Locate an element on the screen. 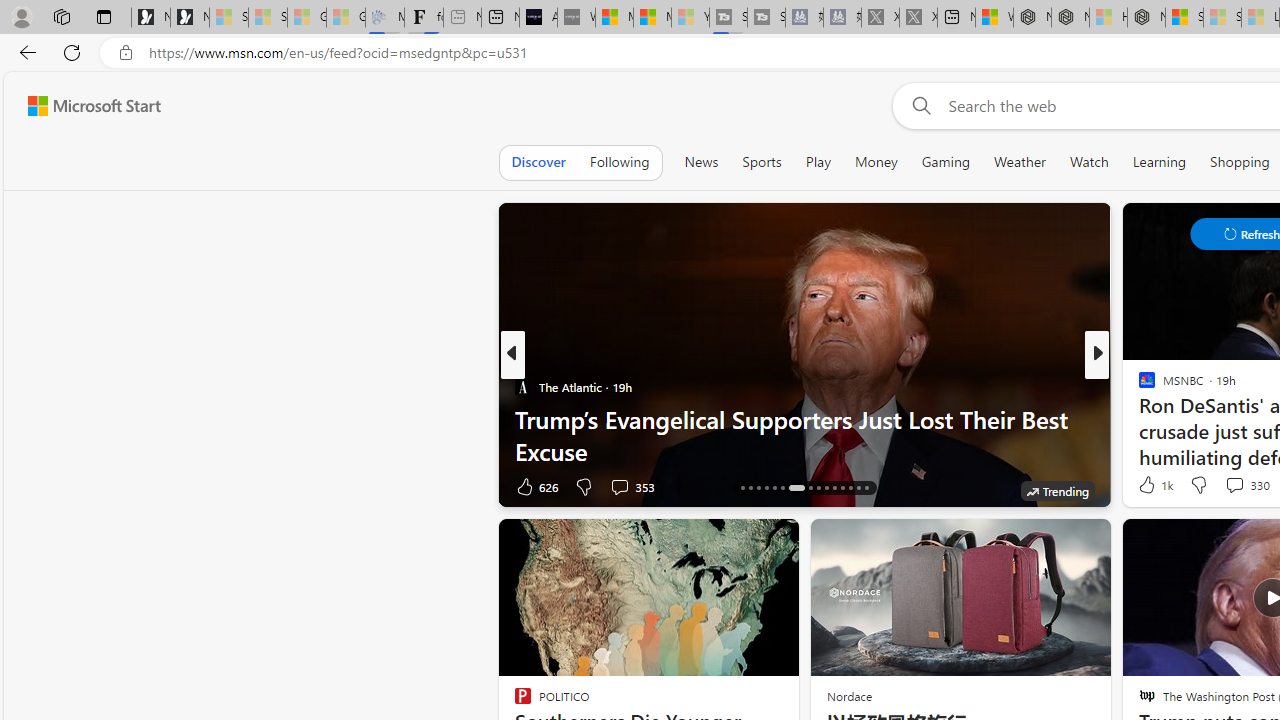 This screenshot has width=1280, height=720. 'News' is located at coordinates (701, 161).